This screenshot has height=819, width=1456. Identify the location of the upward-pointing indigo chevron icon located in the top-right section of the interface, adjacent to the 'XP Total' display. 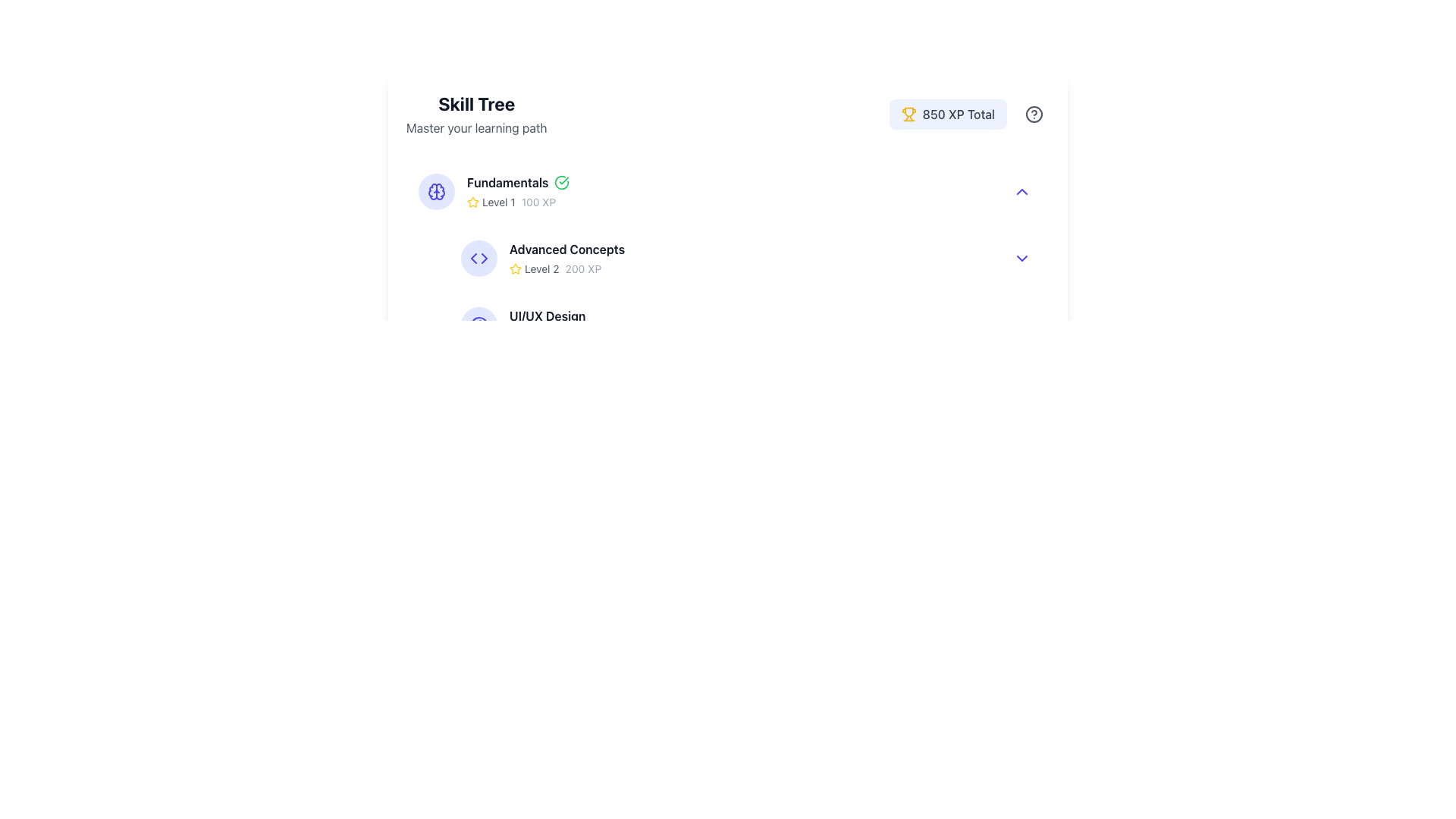
(1022, 191).